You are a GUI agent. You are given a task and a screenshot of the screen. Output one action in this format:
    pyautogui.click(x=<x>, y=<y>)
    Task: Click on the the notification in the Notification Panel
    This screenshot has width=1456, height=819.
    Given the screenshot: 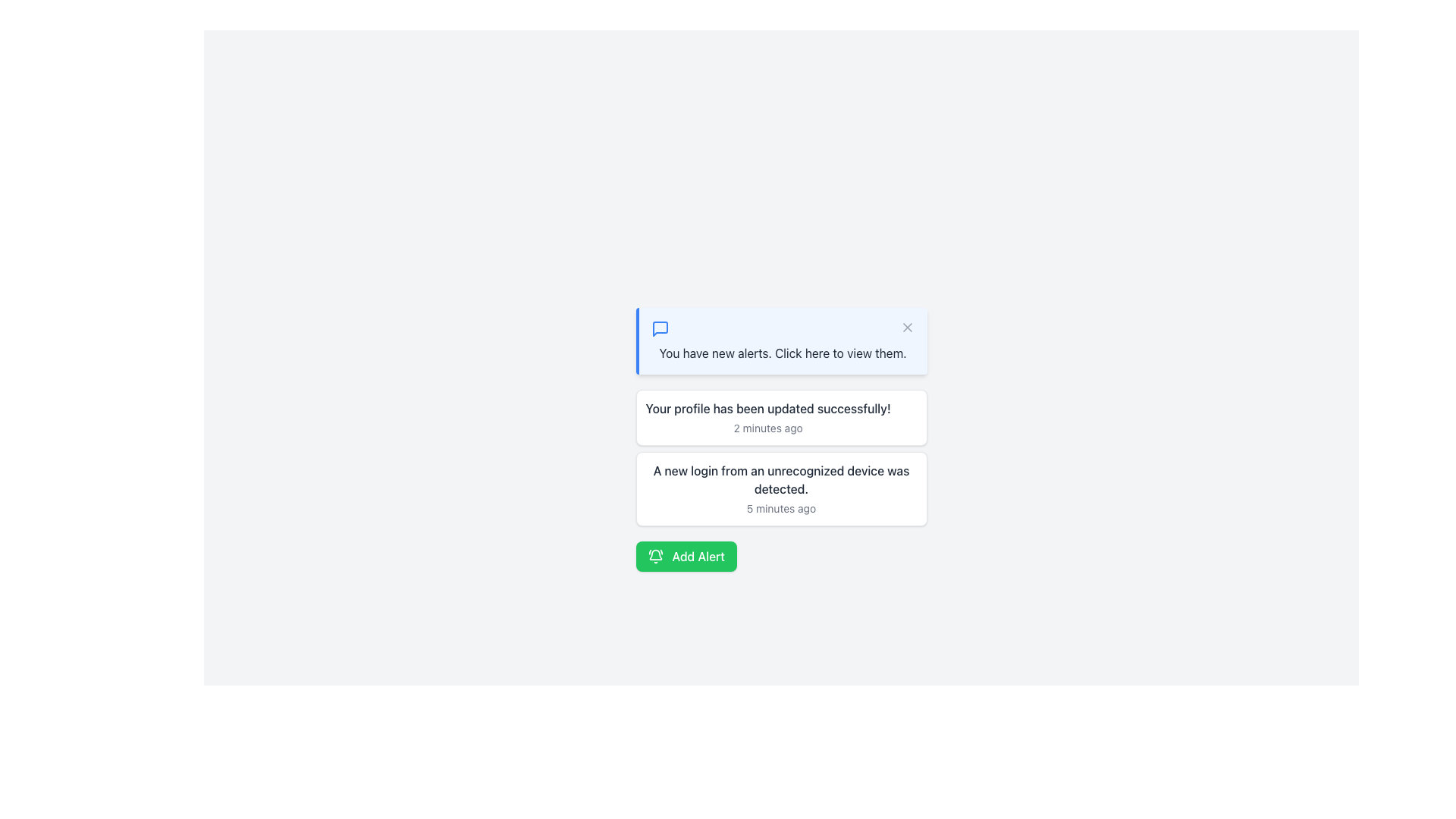 What is the action you would take?
    pyautogui.click(x=781, y=439)
    